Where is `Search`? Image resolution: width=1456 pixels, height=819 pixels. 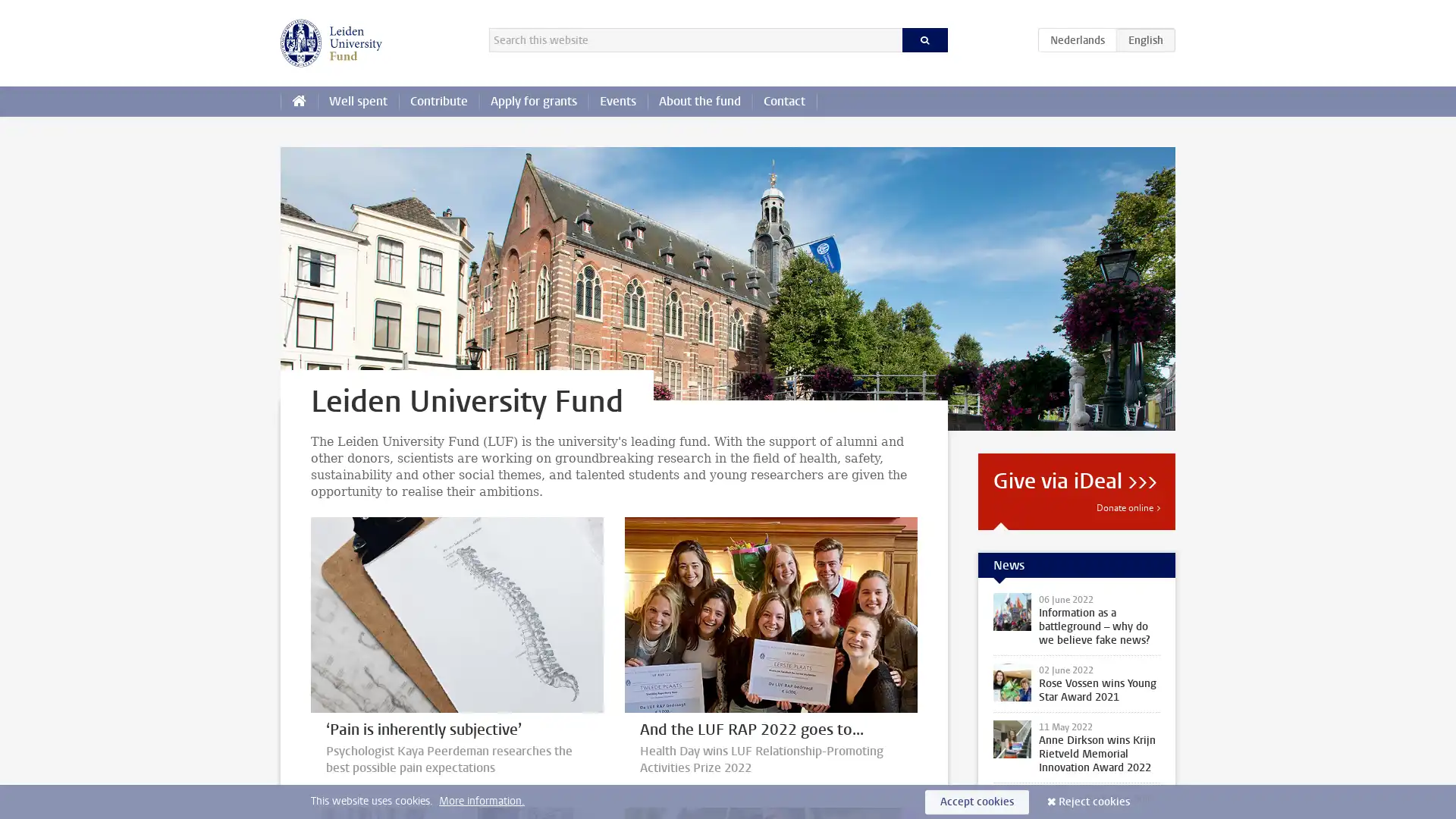 Search is located at coordinates (924, 39).